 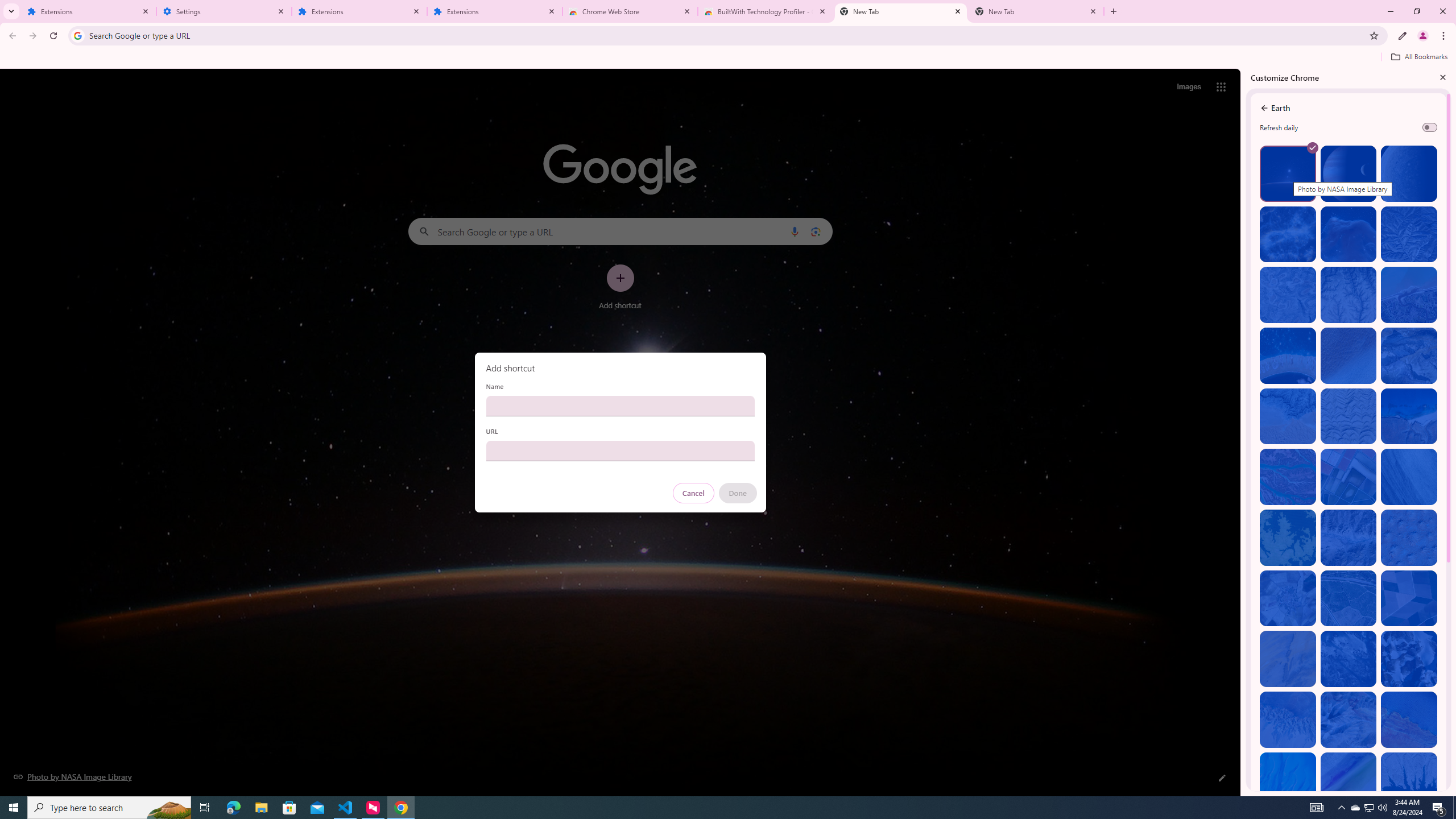 I want to click on 'Refresh daily', so click(x=1429, y=126).